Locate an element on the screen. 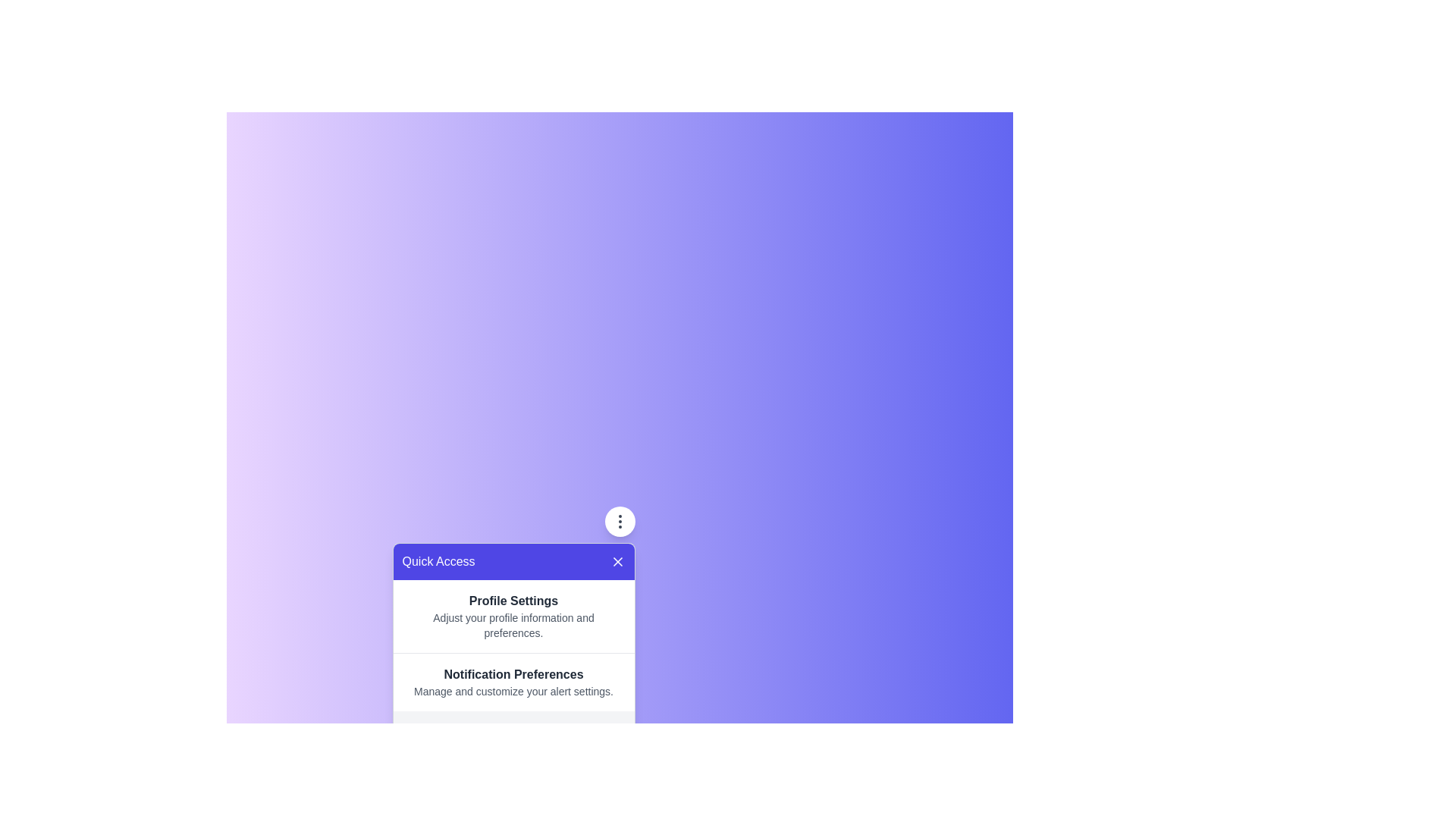  the bold, dark-colored text label displaying 'Profile Settings' located inside the 'Quick Access' panel is located at coordinates (513, 601).